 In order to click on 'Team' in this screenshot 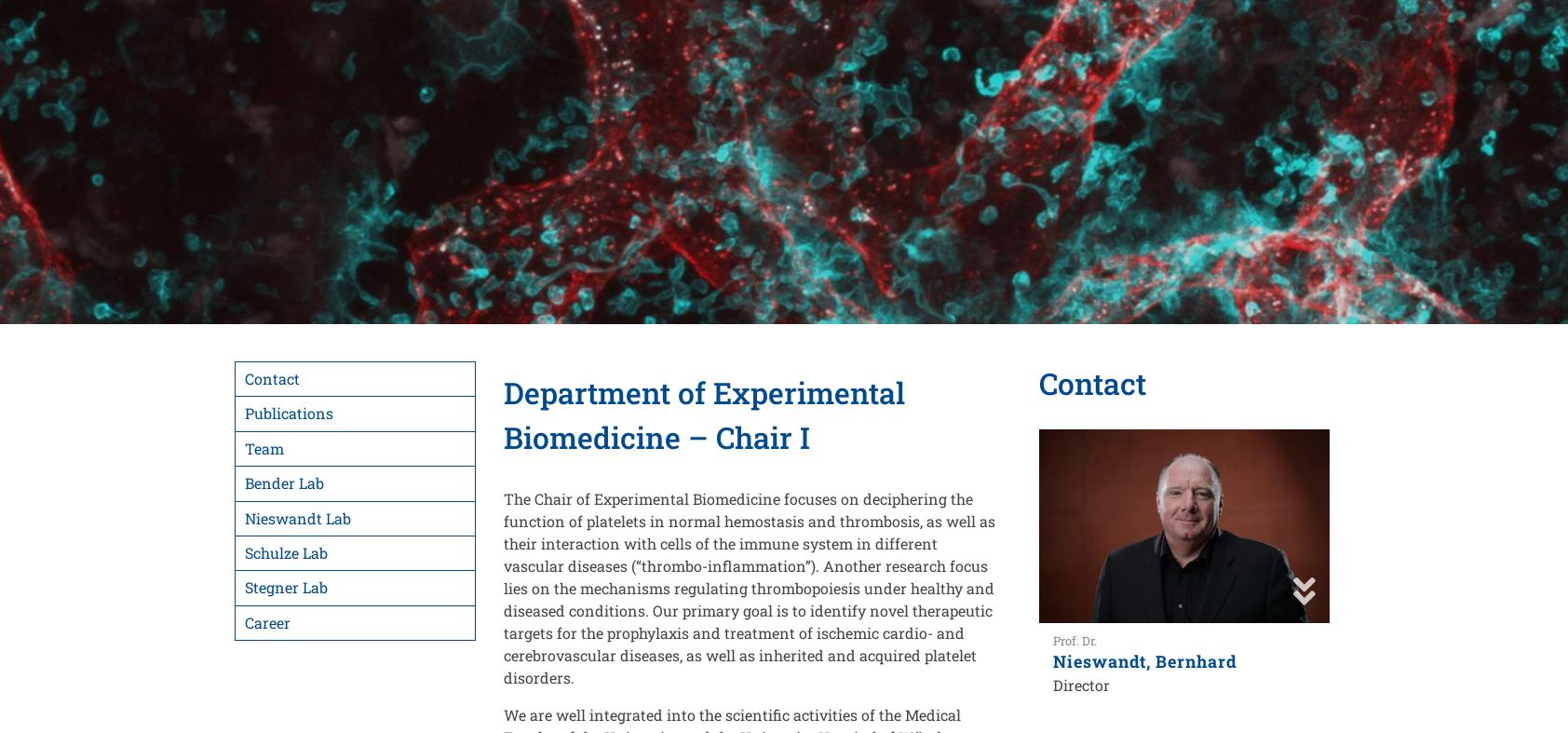, I will do `click(264, 447)`.